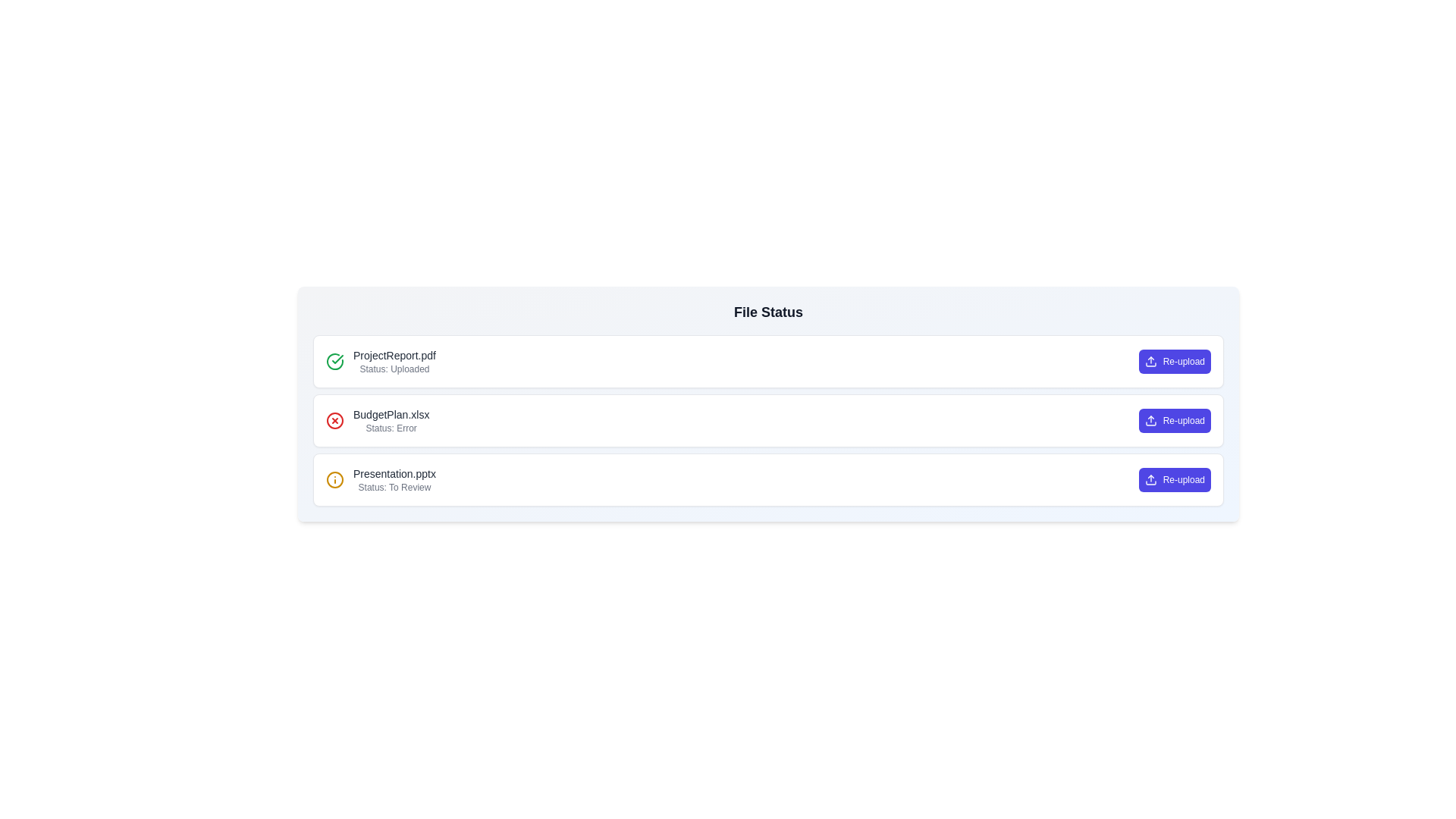  What do you see at coordinates (1174, 362) in the screenshot?
I see `'Re-upload' button for the file ProjectReport.pdf` at bounding box center [1174, 362].